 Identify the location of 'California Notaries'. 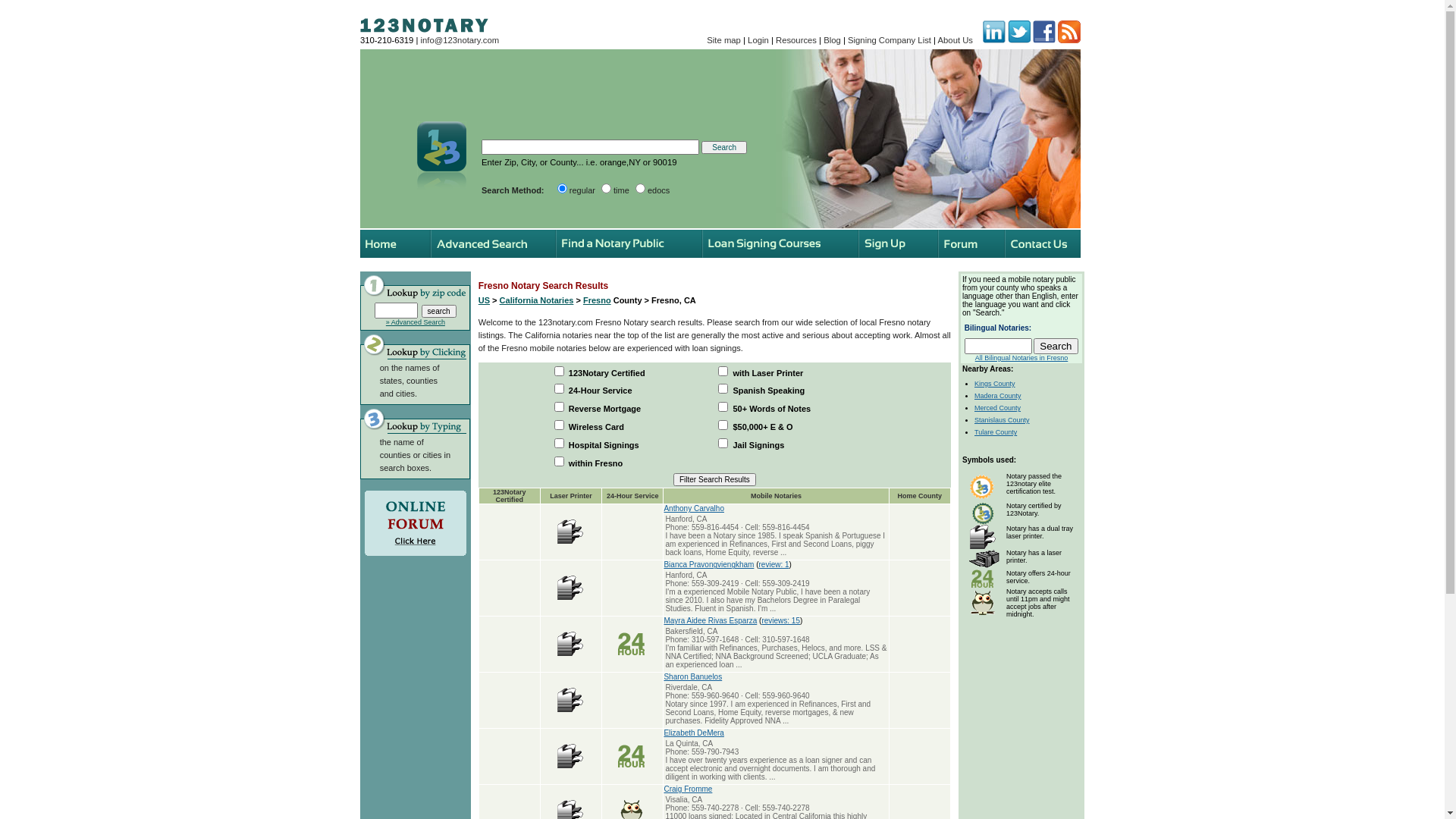
(499, 300).